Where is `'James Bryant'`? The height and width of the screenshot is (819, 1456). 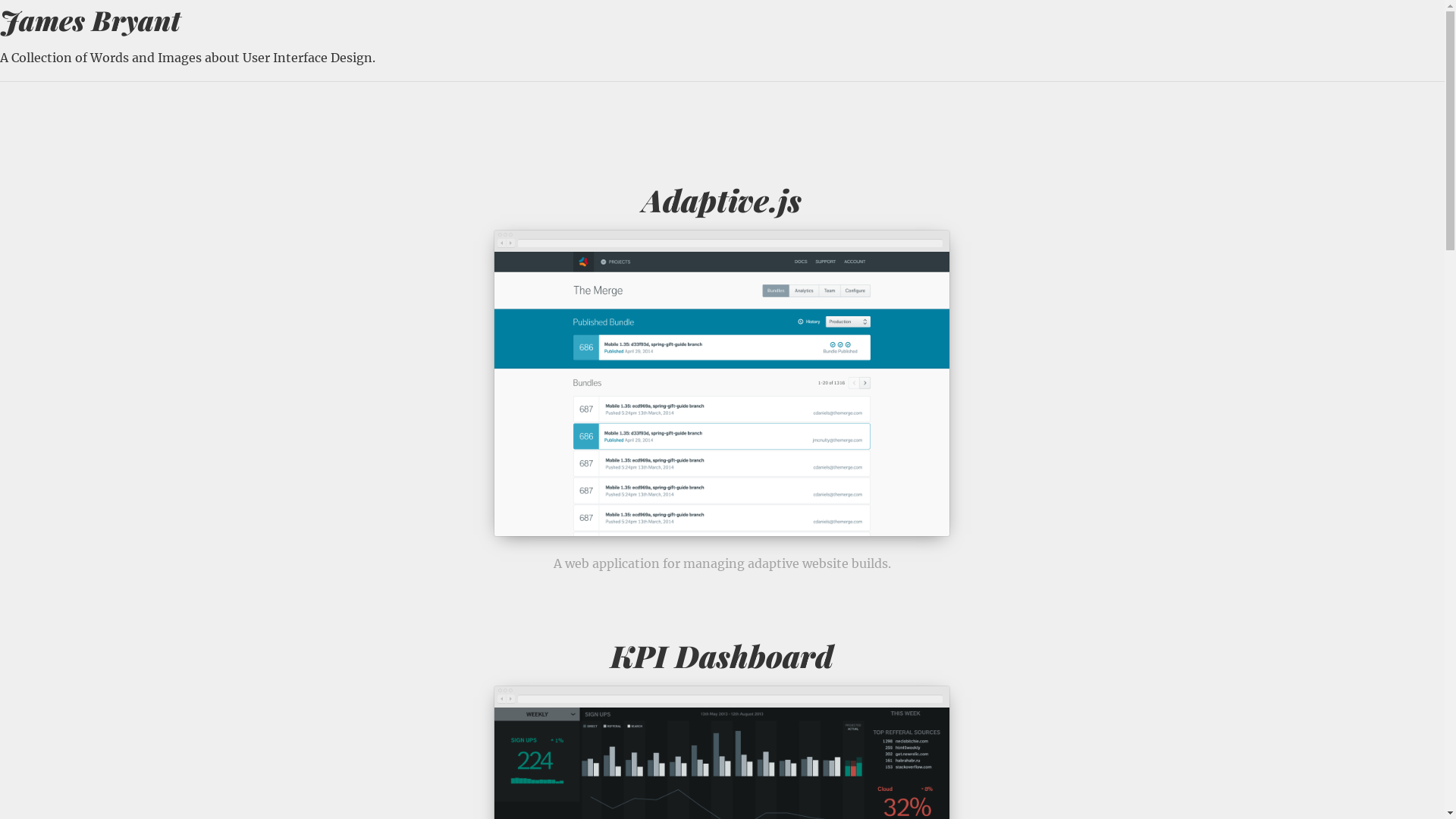
'James Bryant' is located at coordinates (0, 20).